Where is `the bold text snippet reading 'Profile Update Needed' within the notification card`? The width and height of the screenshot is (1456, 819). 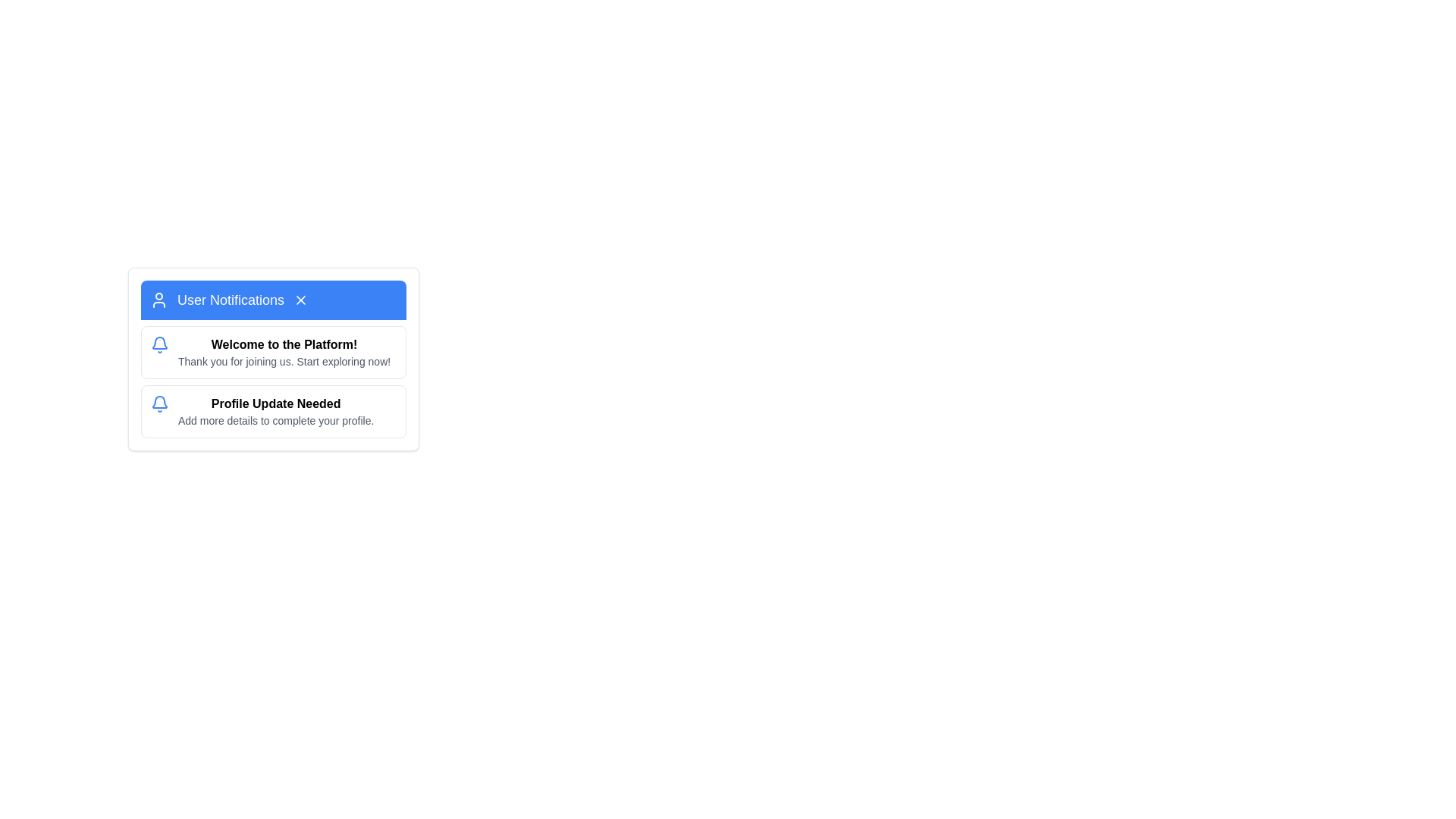
the bold text snippet reading 'Profile Update Needed' within the notification card is located at coordinates (276, 403).